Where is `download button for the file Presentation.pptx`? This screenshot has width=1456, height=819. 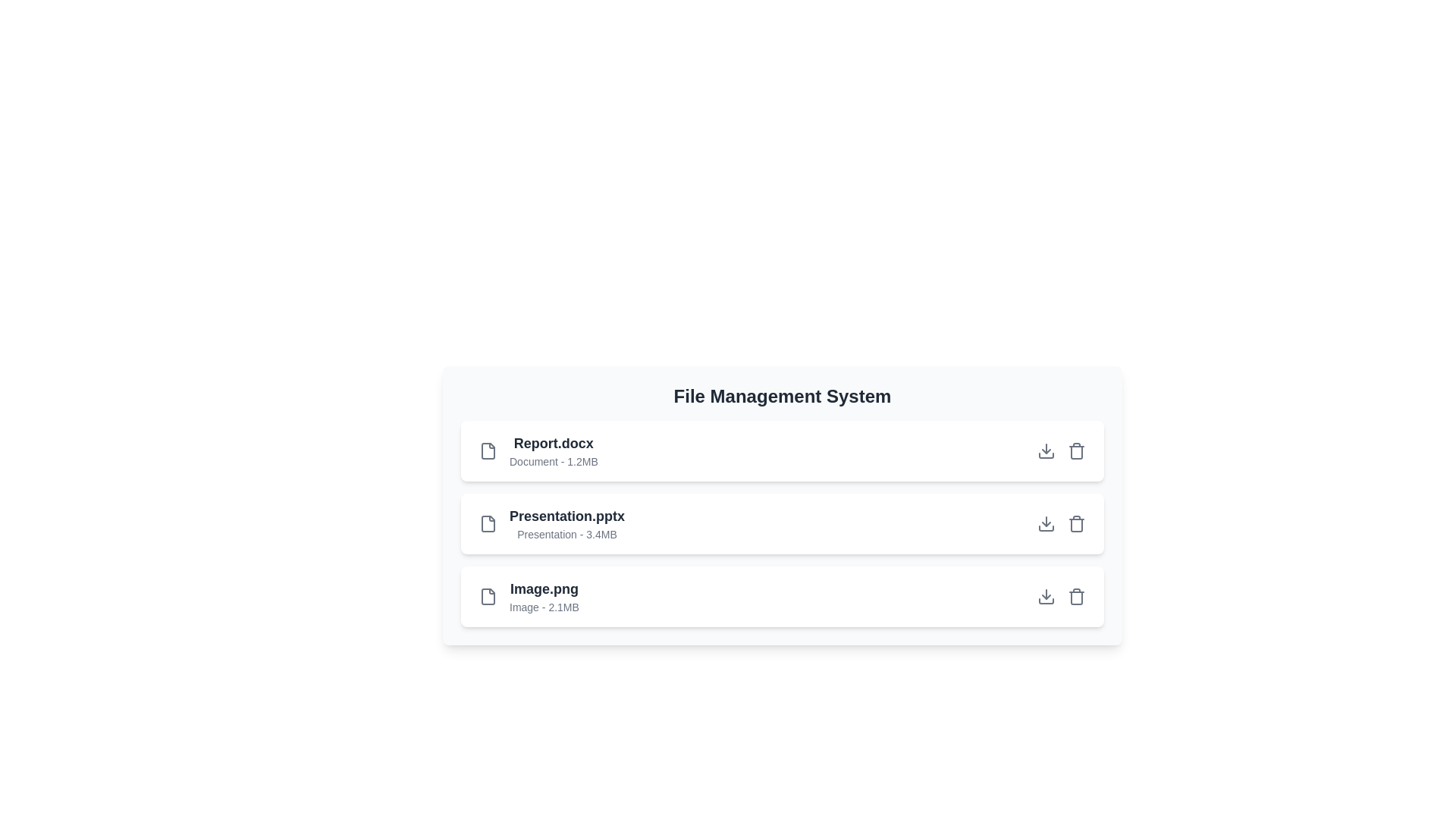
download button for the file Presentation.pptx is located at coordinates (1046, 522).